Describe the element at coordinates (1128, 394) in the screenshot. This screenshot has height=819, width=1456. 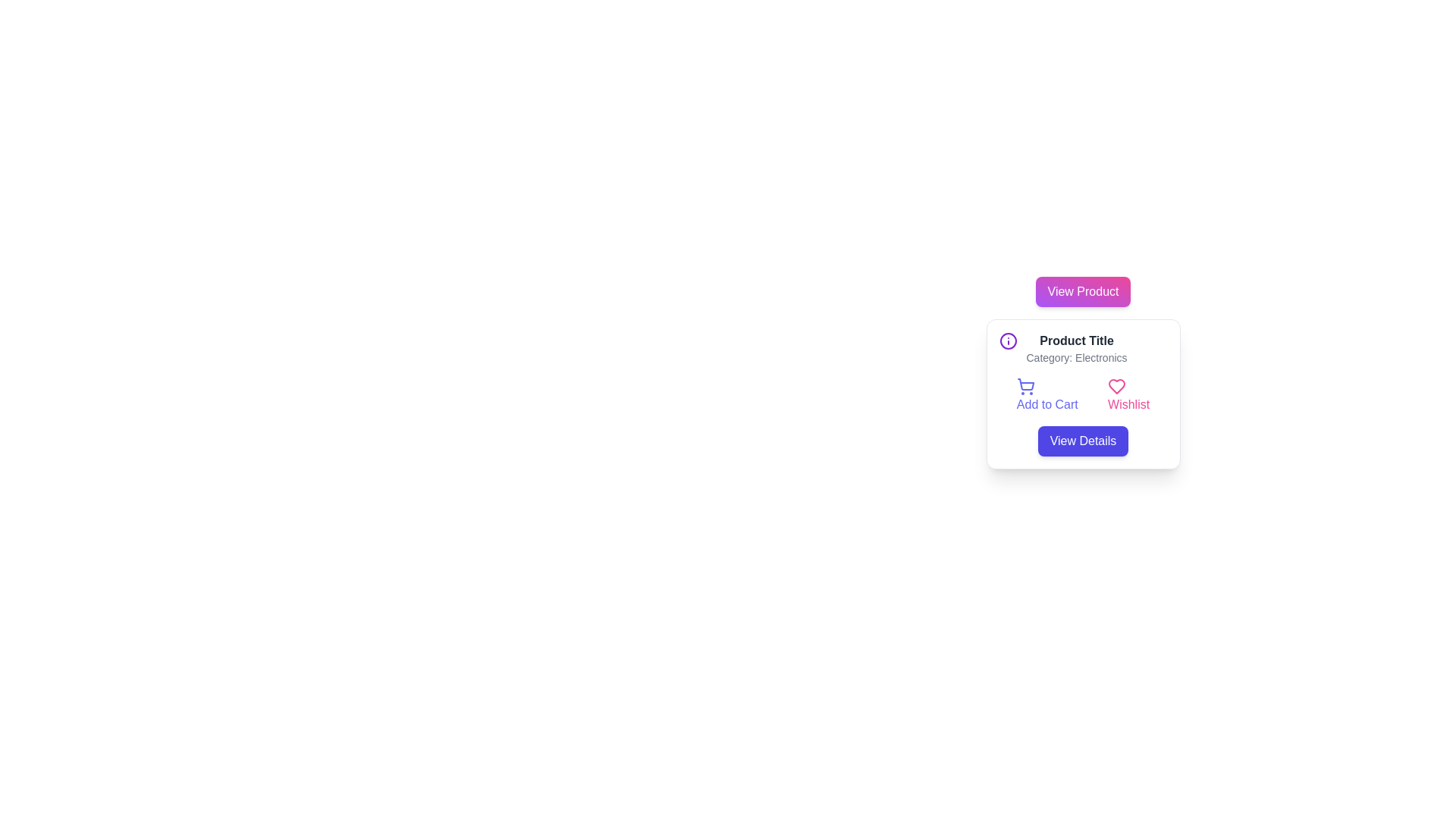
I see `the button located as the second item from the right in the bottom section of the product card` at that location.